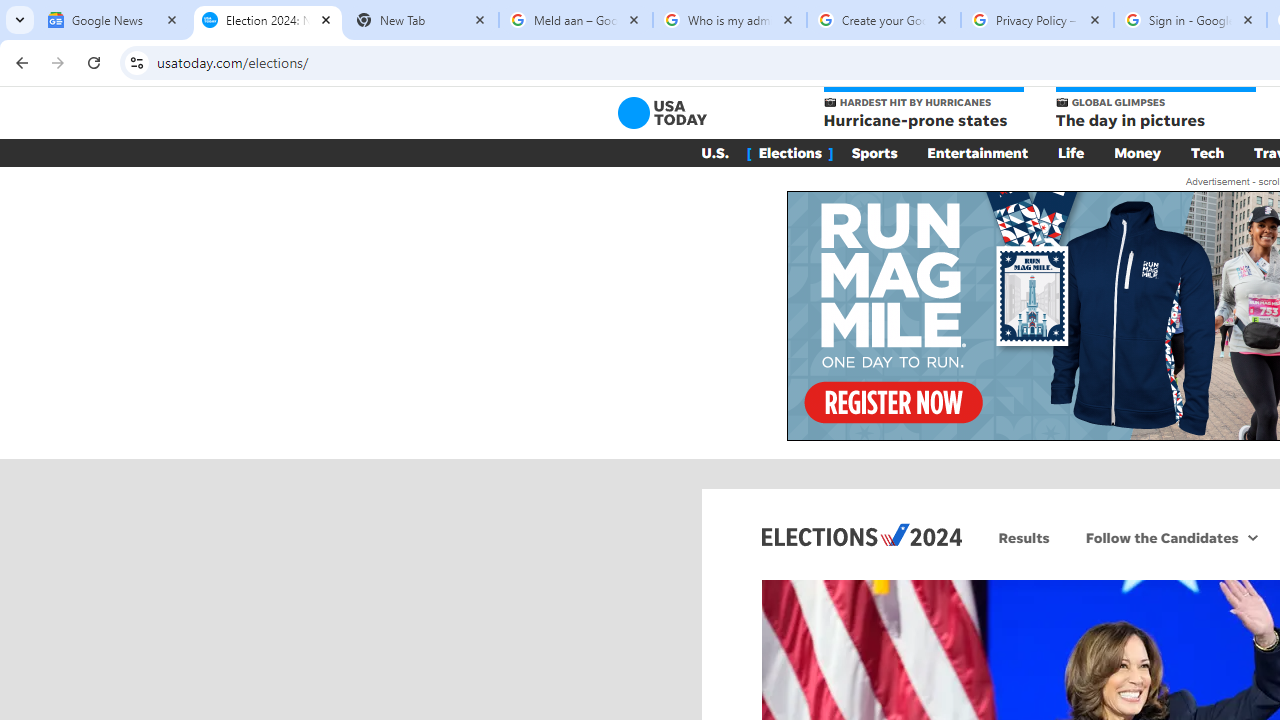 Image resolution: width=1280 pixels, height=720 pixels. I want to click on 'More Follow the Candidates navigation', so click(1251, 536).